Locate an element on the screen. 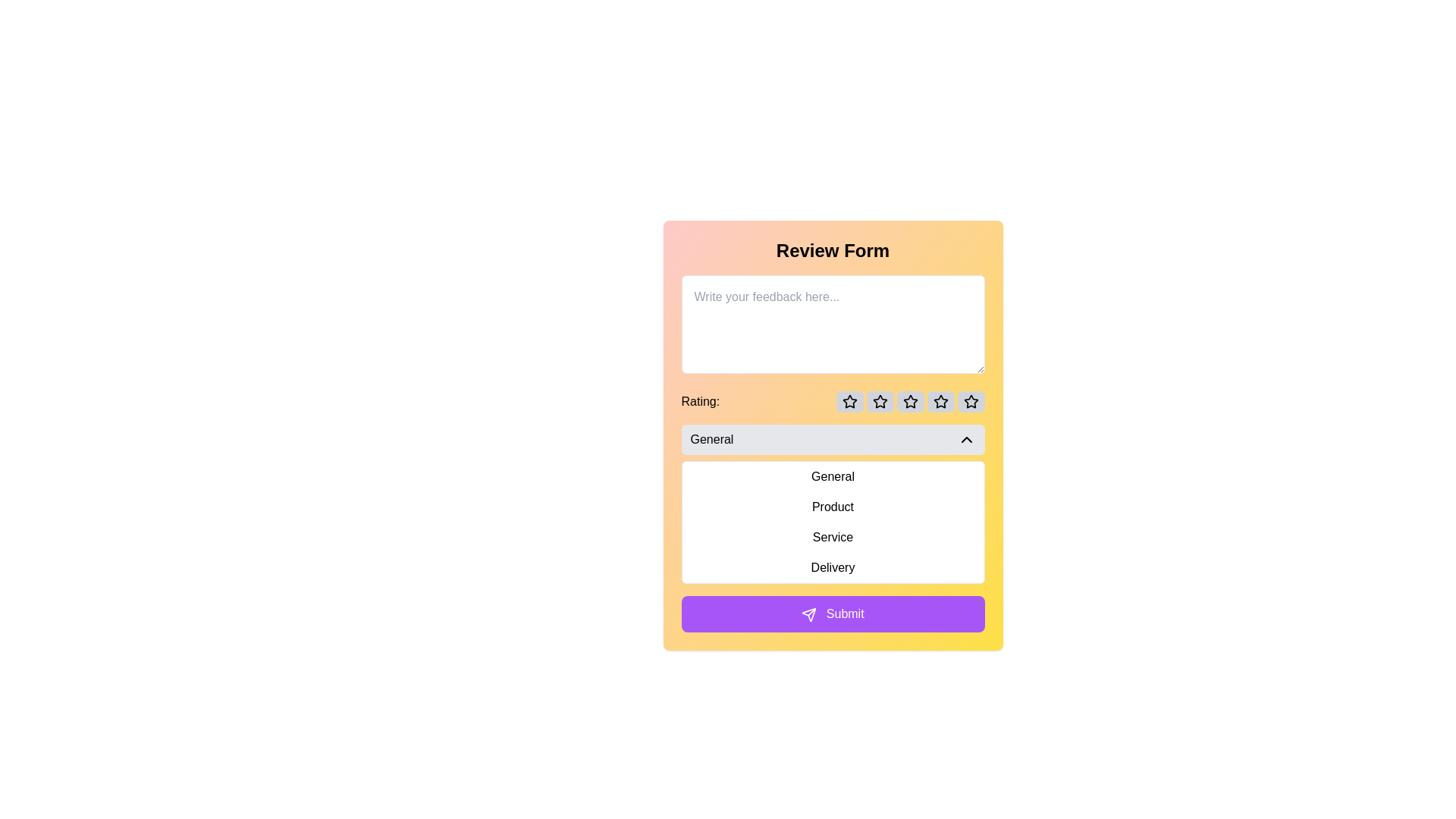  the fourth item in the dropdown menu labeled 'Delivery' to make a selection is located at coordinates (832, 567).